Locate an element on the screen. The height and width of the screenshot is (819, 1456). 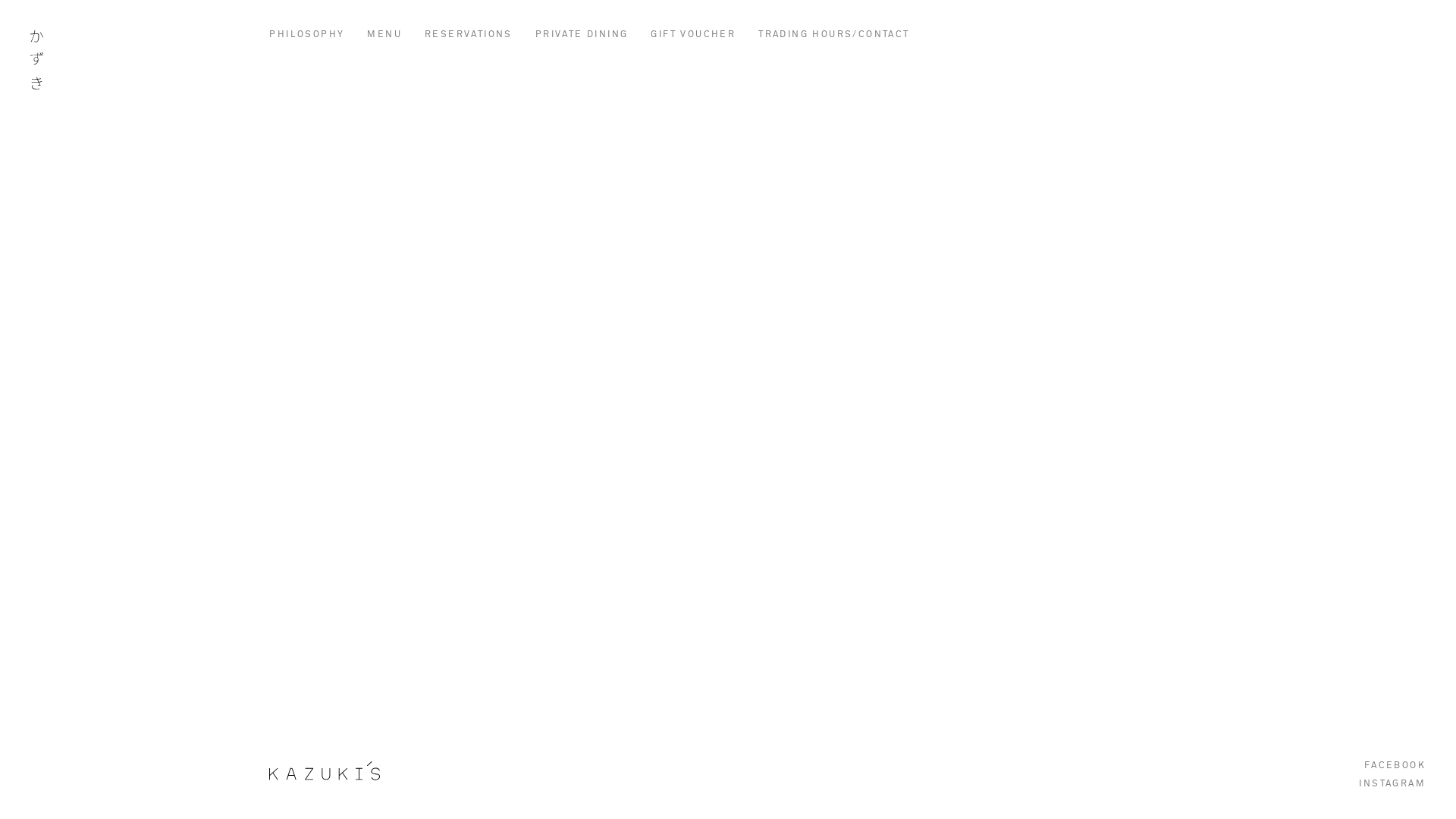
'MENU' is located at coordinates (384, 34).